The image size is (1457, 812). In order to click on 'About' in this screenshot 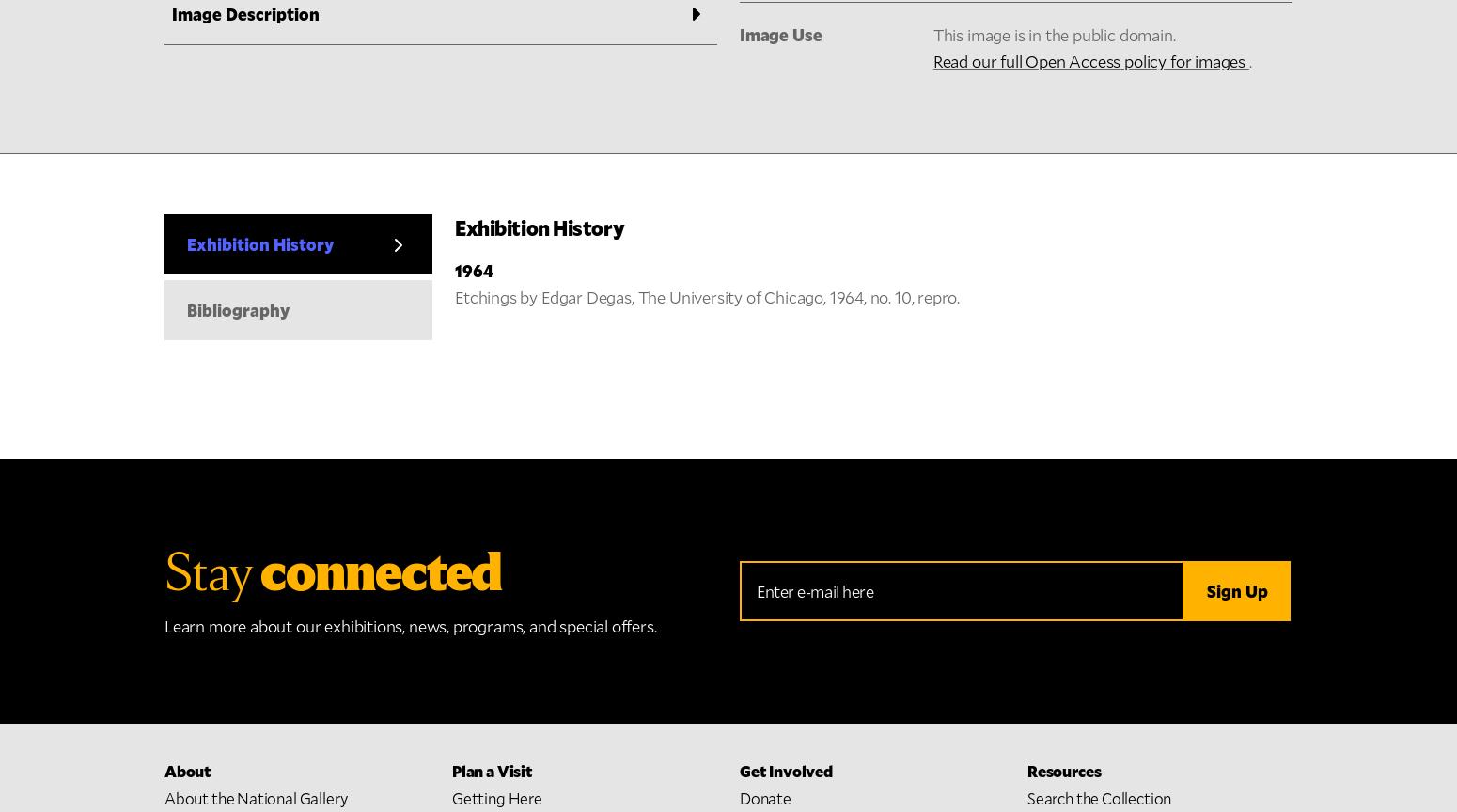, I will do `click(186, 230)`.